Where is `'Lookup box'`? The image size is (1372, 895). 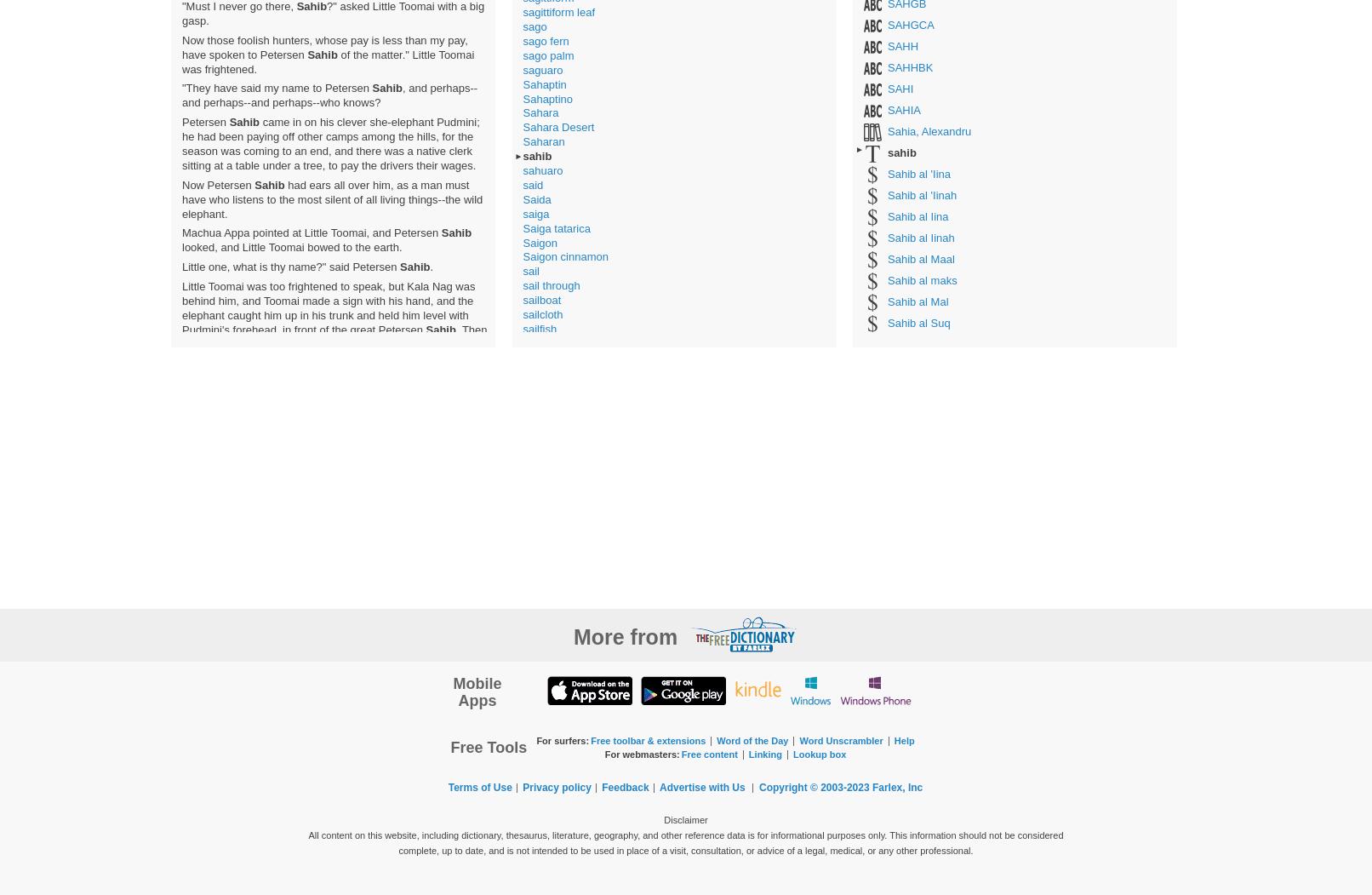 'Lookup box' is located at coordinates (820, 753).